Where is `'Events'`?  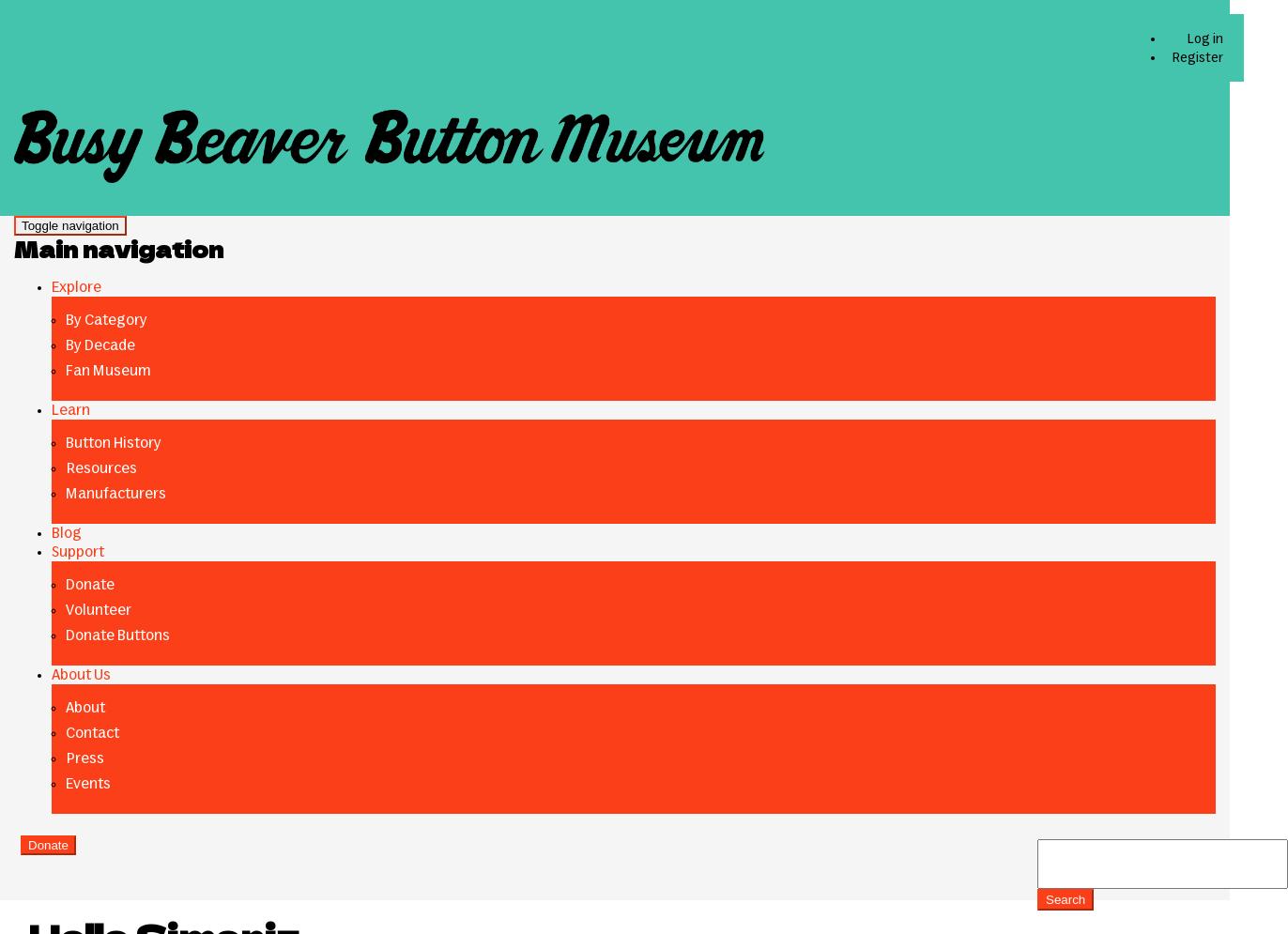
'Events' is located at coordinates (87, 782).